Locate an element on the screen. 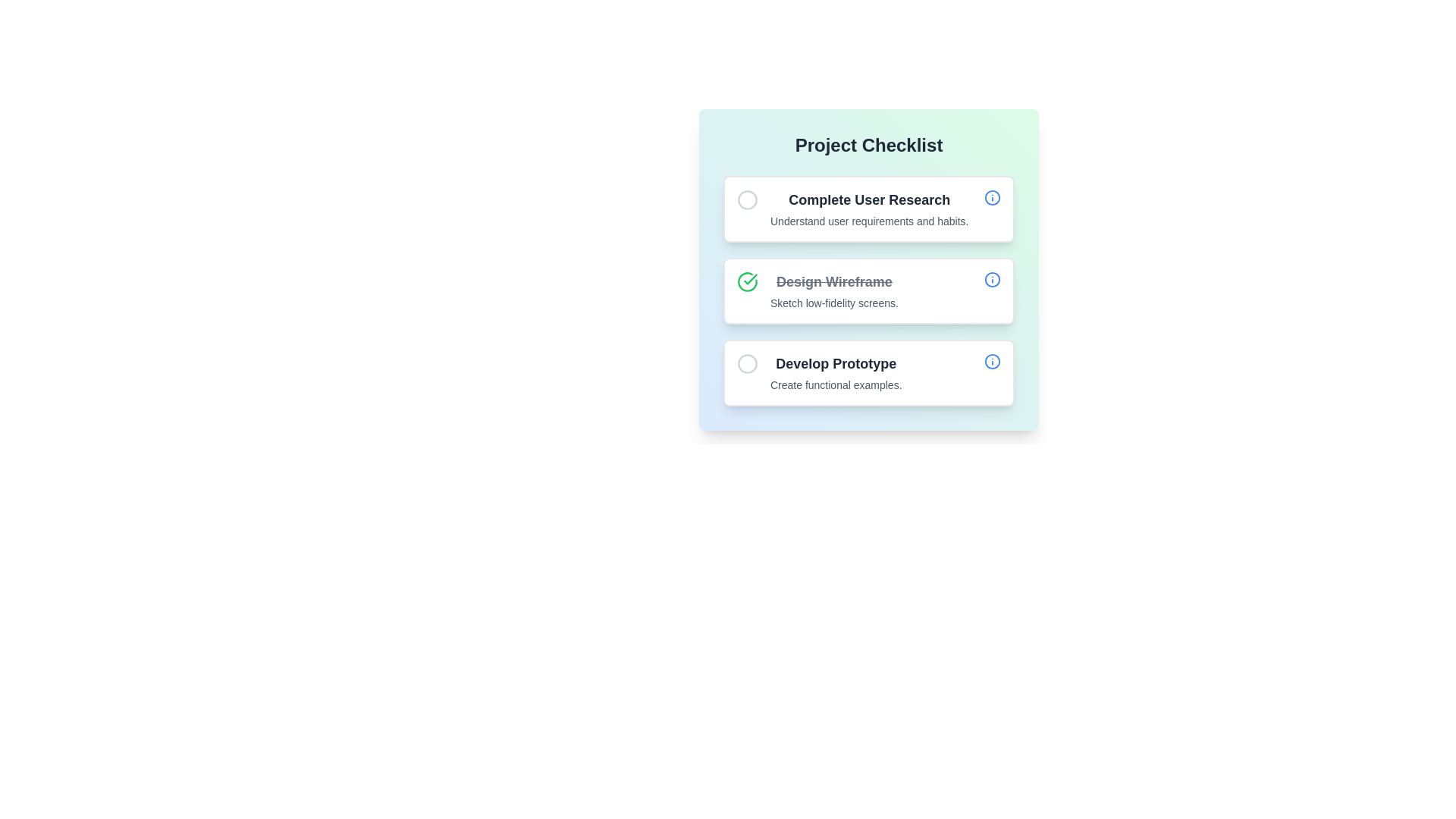 The height and width of the screenshot is (819, 1456). text content of the gray-colored text label that says 'Understand user requirements and habits.' positioned below the bold header 'Complete User Research' in the first white card of the checklist interface is located at coordinates (869, 221).